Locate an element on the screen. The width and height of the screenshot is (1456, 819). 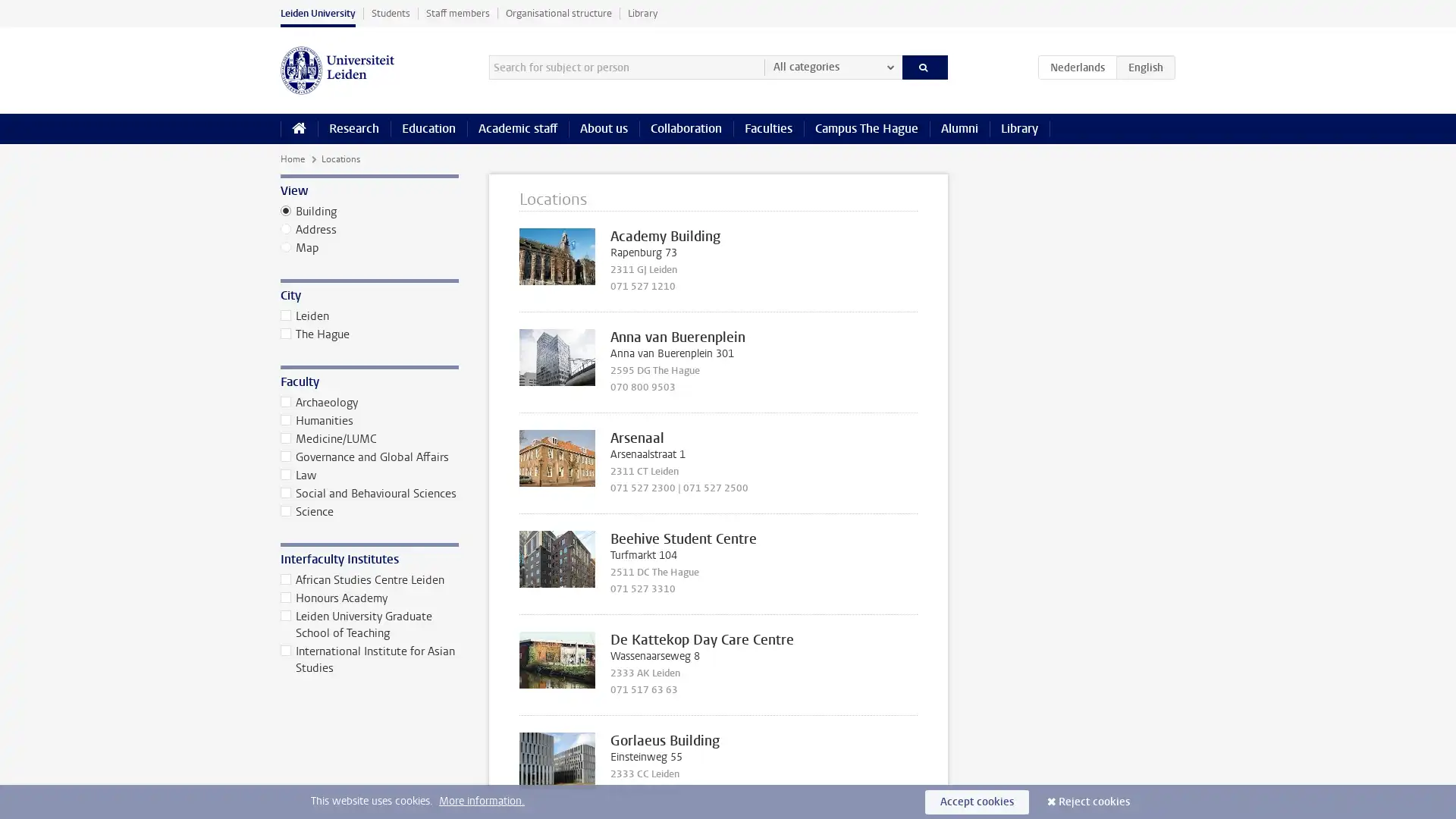
Accept cookies is located at coordinates (977, 801).